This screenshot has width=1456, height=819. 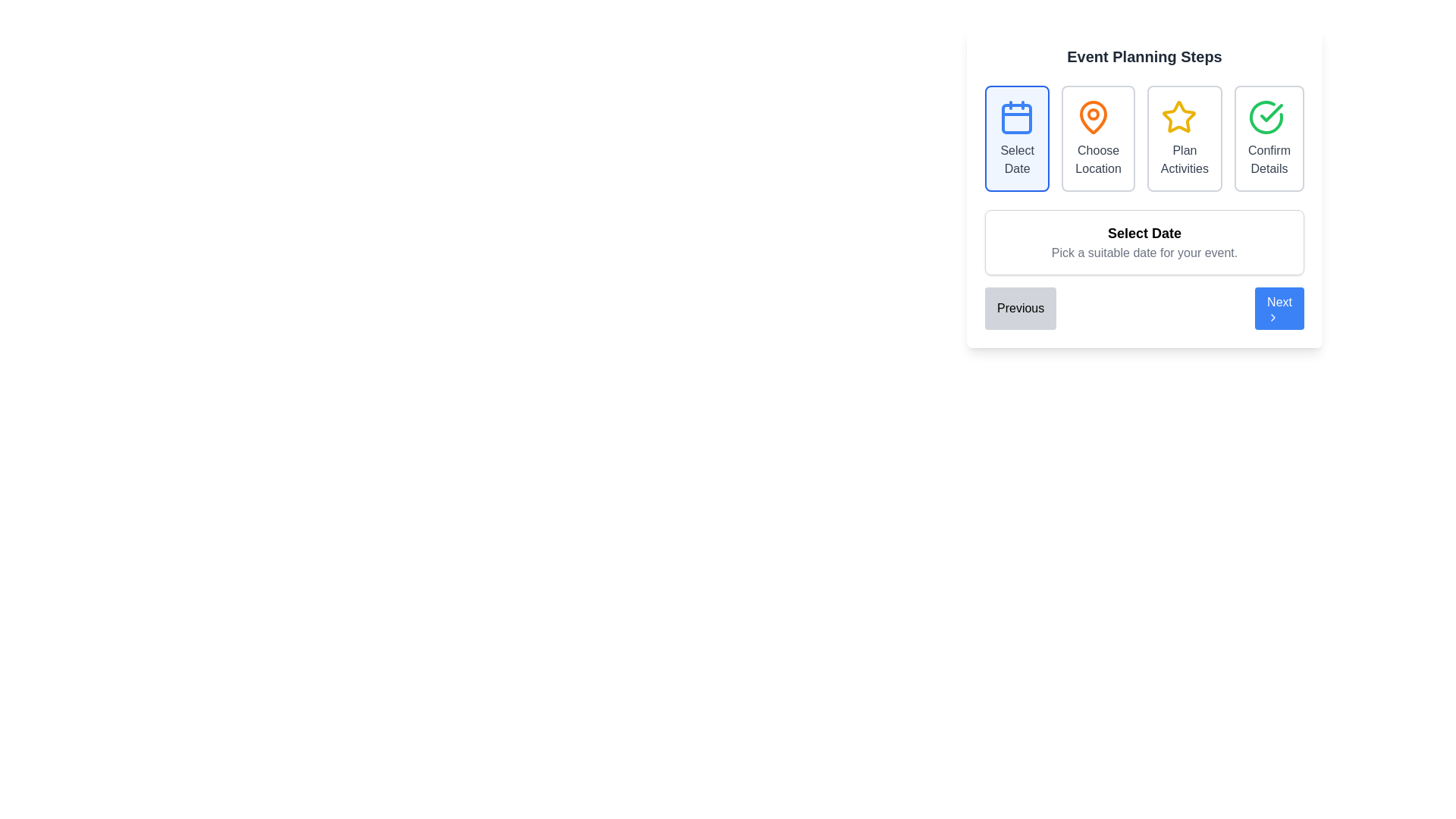 What do you see at coordinates (1144, 234) in the screenshot?
I see `the 'Select Date' heading, which is a bold and prominent label indicating an important section in the Event Planning Steps interface` at bounding box center [1144, 234].